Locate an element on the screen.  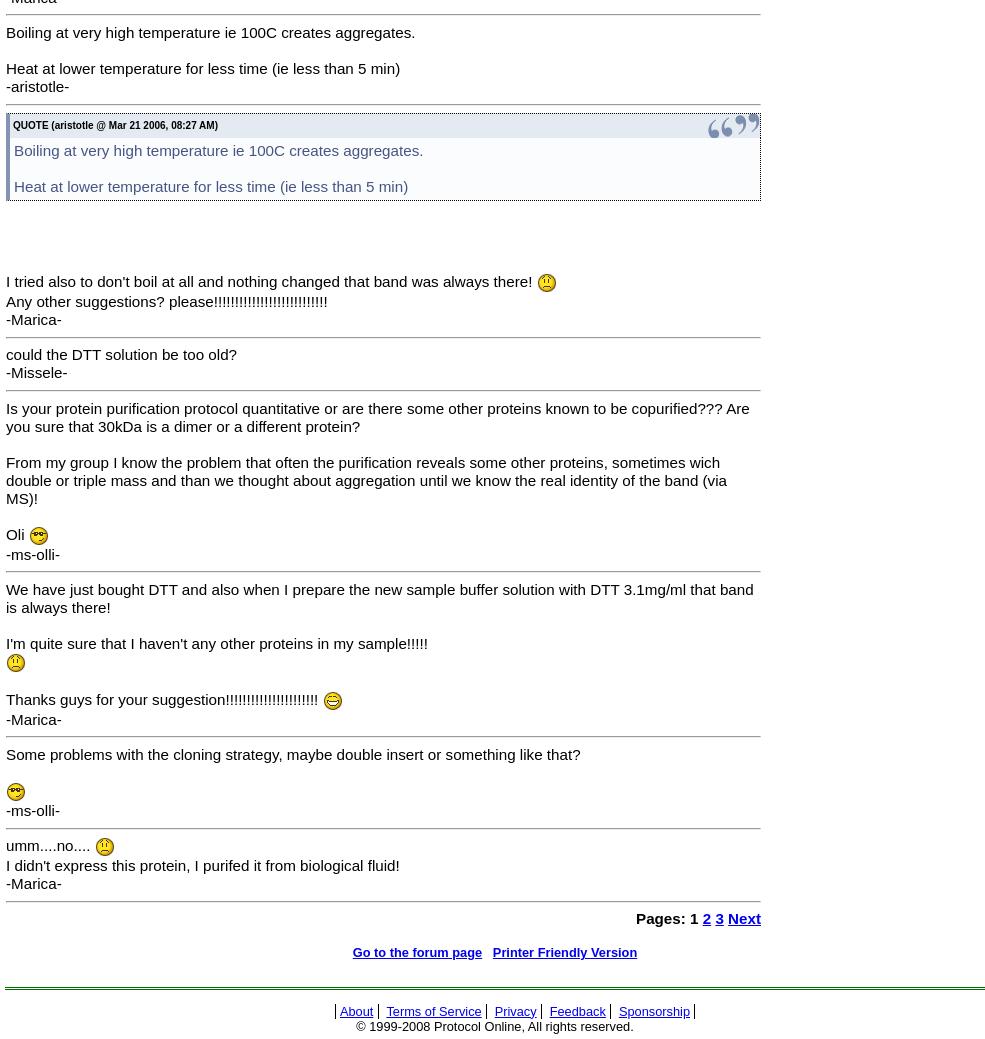
'could the DTT solution be too old?' is located at coordinates (121, 353).